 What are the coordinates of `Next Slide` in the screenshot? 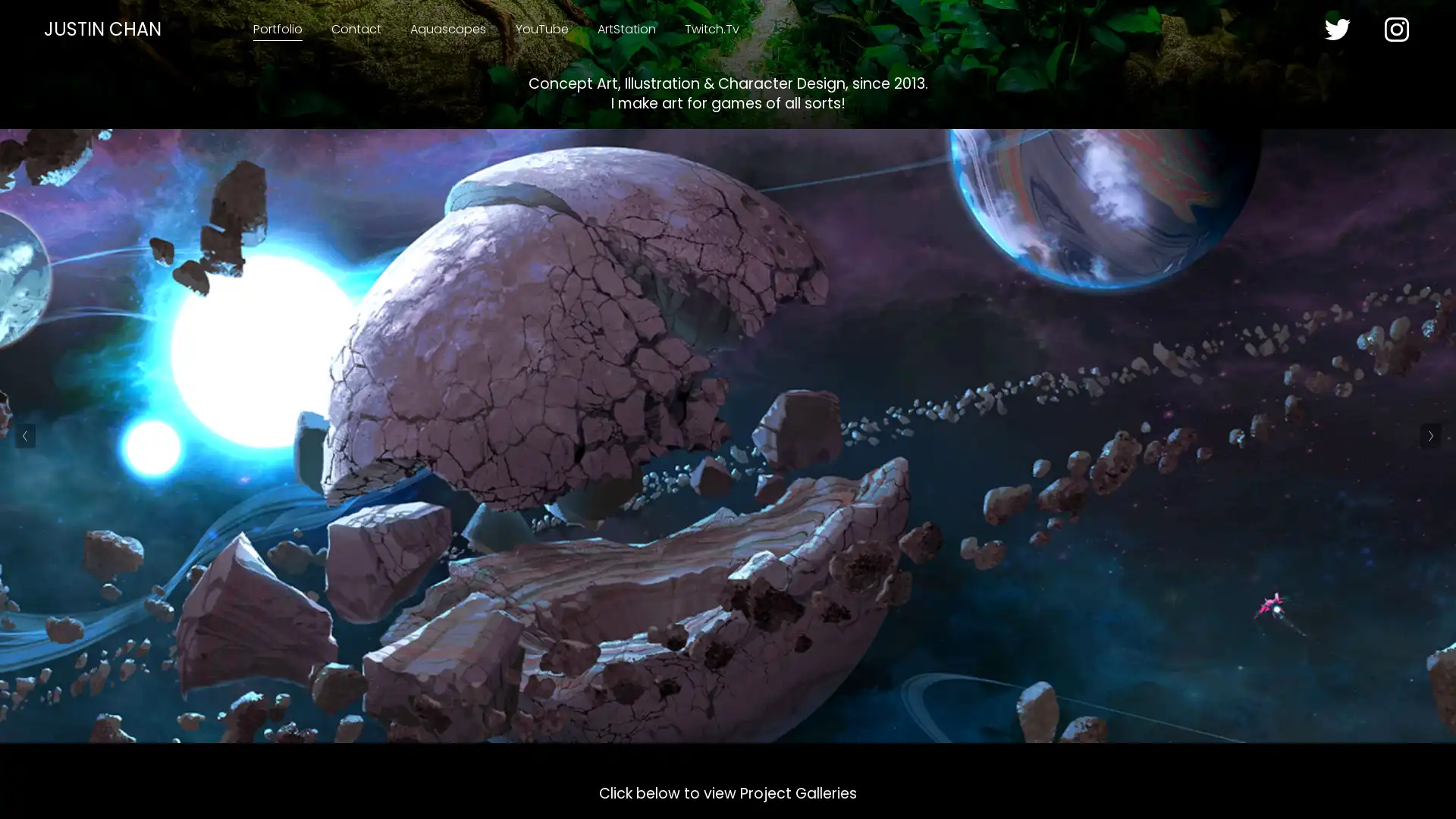 It's located at (1429, 435).